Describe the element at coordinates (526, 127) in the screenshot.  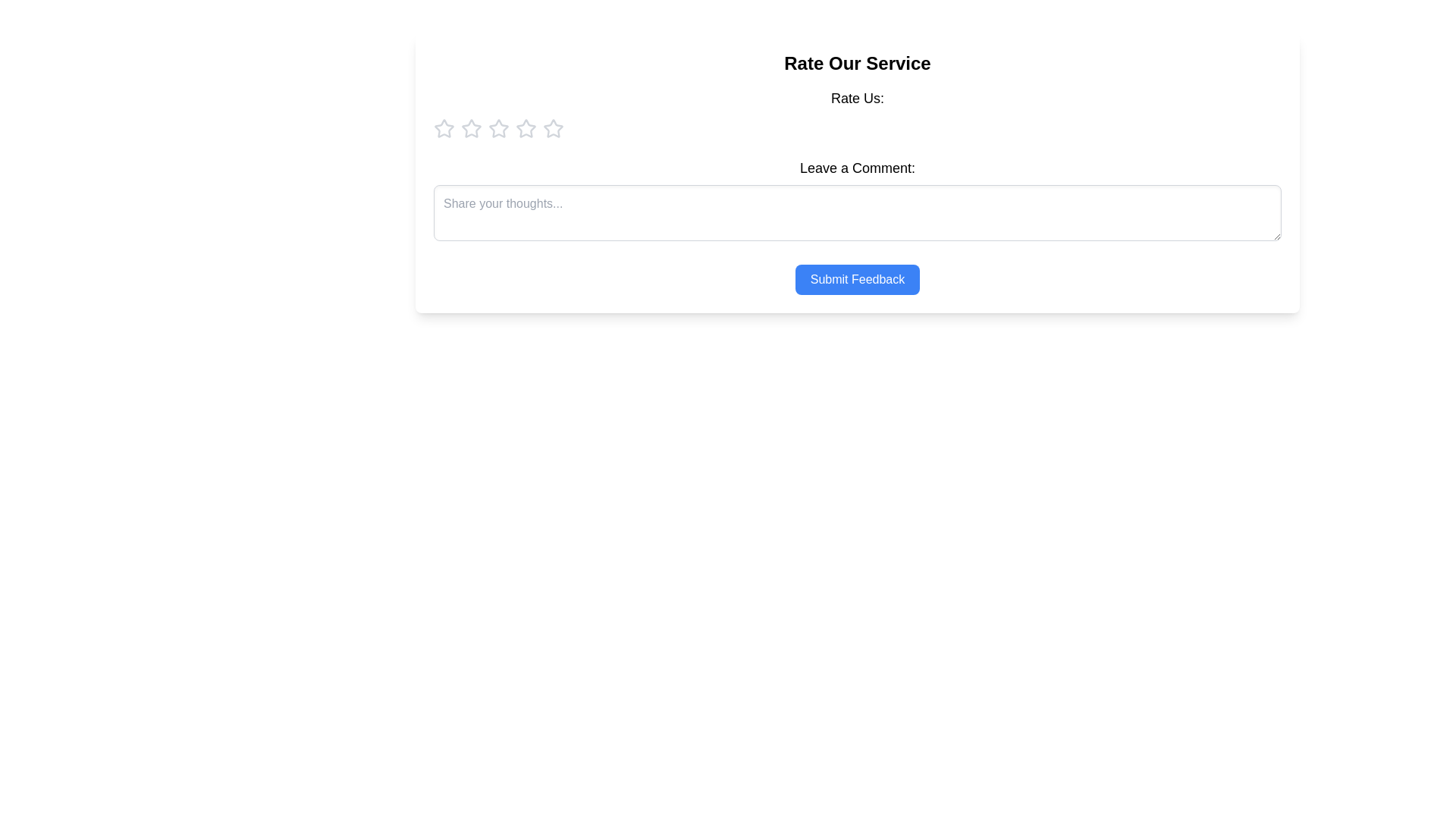
I see `the rating to 4 stars by clicking on the corresponding star` at that location.